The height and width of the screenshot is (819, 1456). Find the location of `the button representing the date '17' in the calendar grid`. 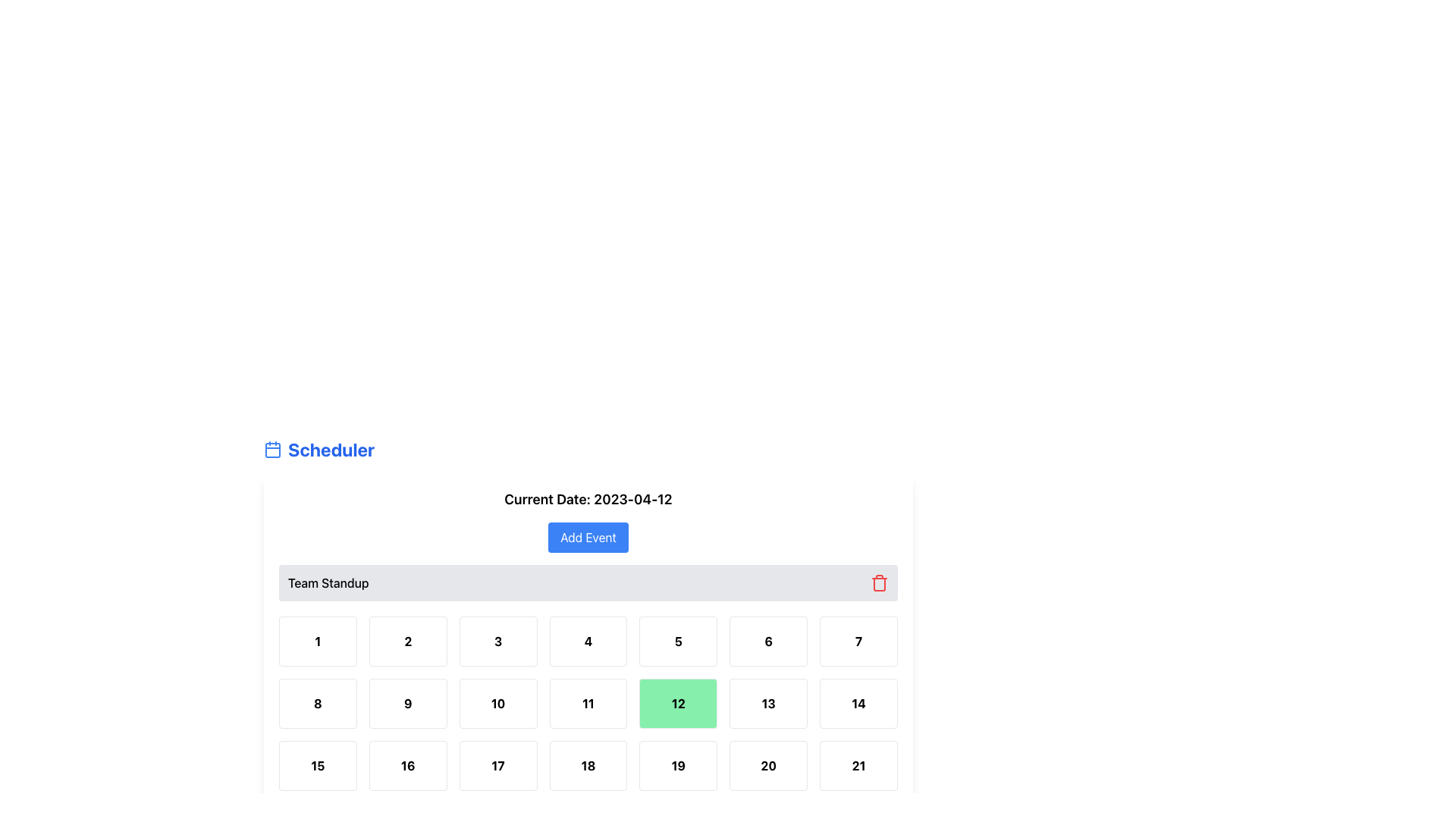

the button representing the date '17' in the calendar grid is located at coordinates (498, 766).